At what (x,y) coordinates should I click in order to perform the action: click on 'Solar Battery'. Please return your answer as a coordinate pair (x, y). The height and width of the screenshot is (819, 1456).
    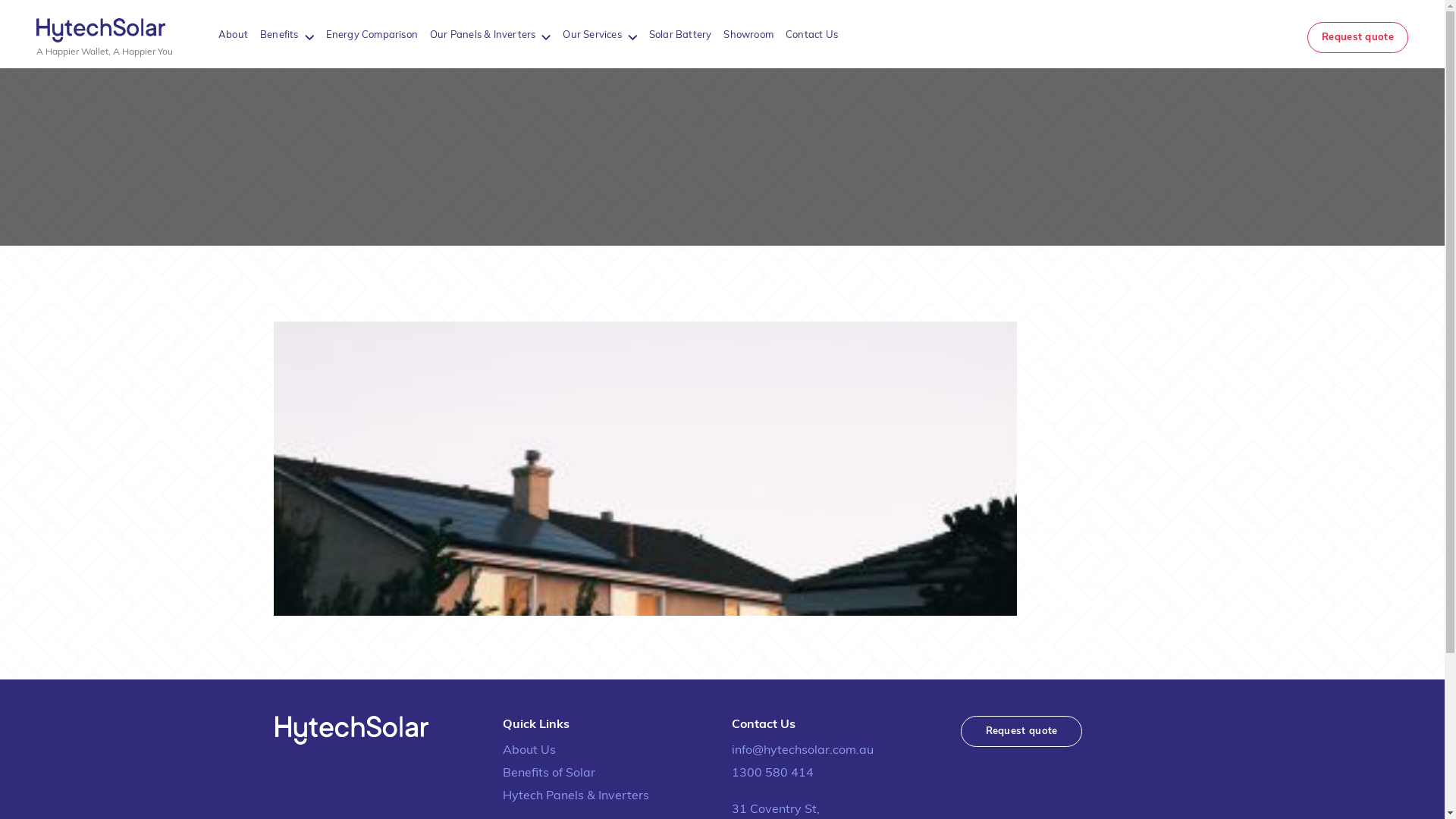
    Looking at the image, I should click on (648, 34).